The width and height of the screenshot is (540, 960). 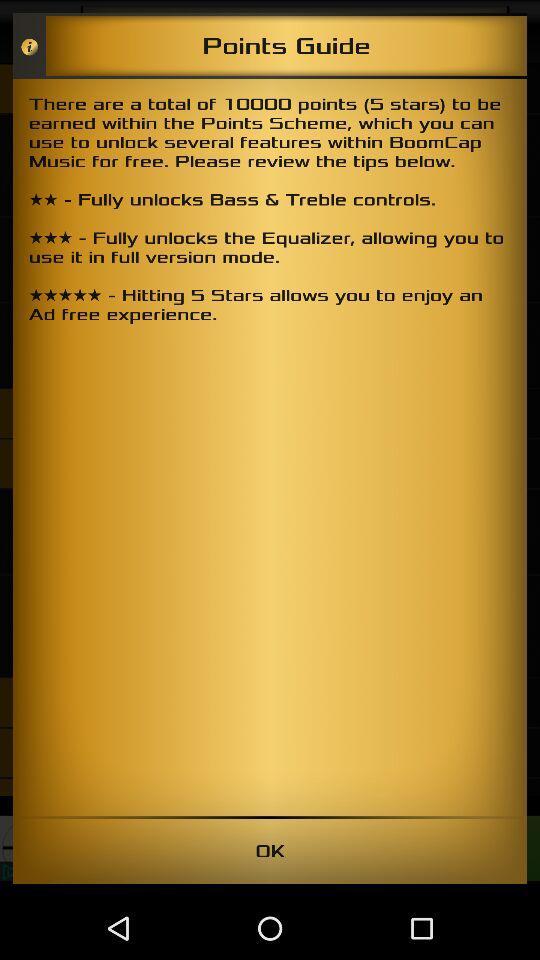 I want to click on the ok icon, so click(x=270, y=850).